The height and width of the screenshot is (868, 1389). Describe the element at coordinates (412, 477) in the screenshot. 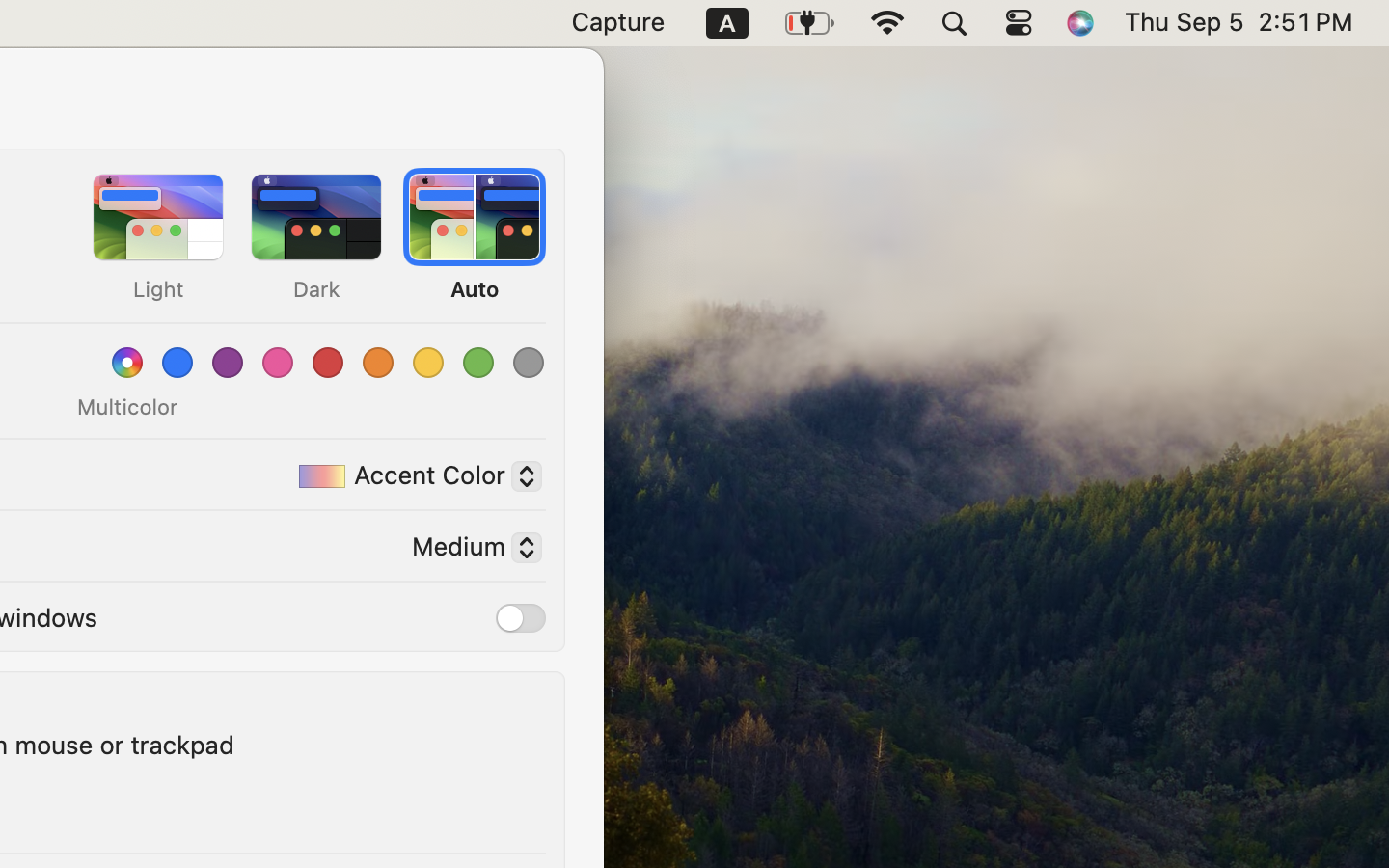

I see `'Accent Color'` at that location.